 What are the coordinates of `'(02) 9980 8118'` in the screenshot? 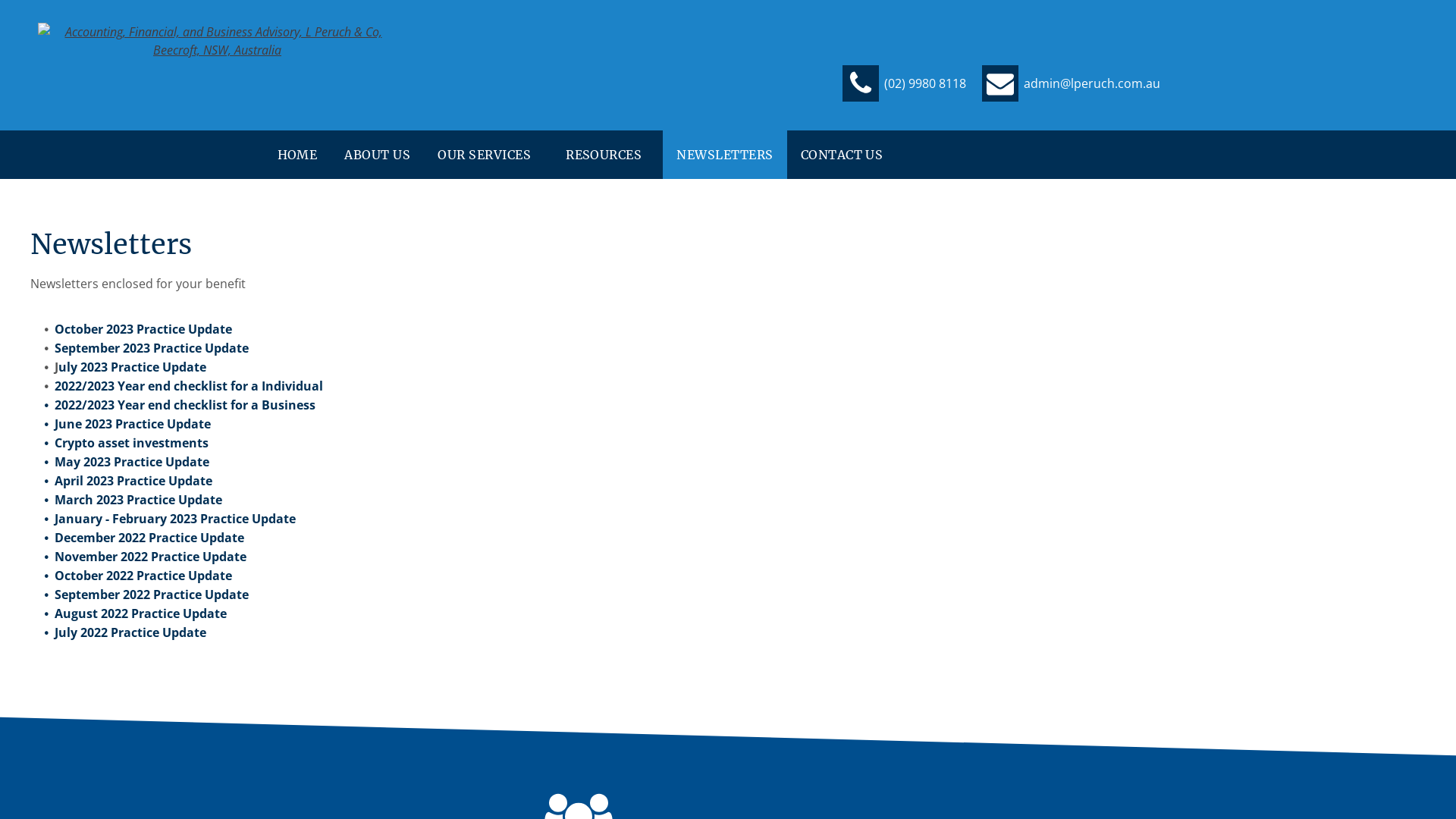 It's located at (904, 82).